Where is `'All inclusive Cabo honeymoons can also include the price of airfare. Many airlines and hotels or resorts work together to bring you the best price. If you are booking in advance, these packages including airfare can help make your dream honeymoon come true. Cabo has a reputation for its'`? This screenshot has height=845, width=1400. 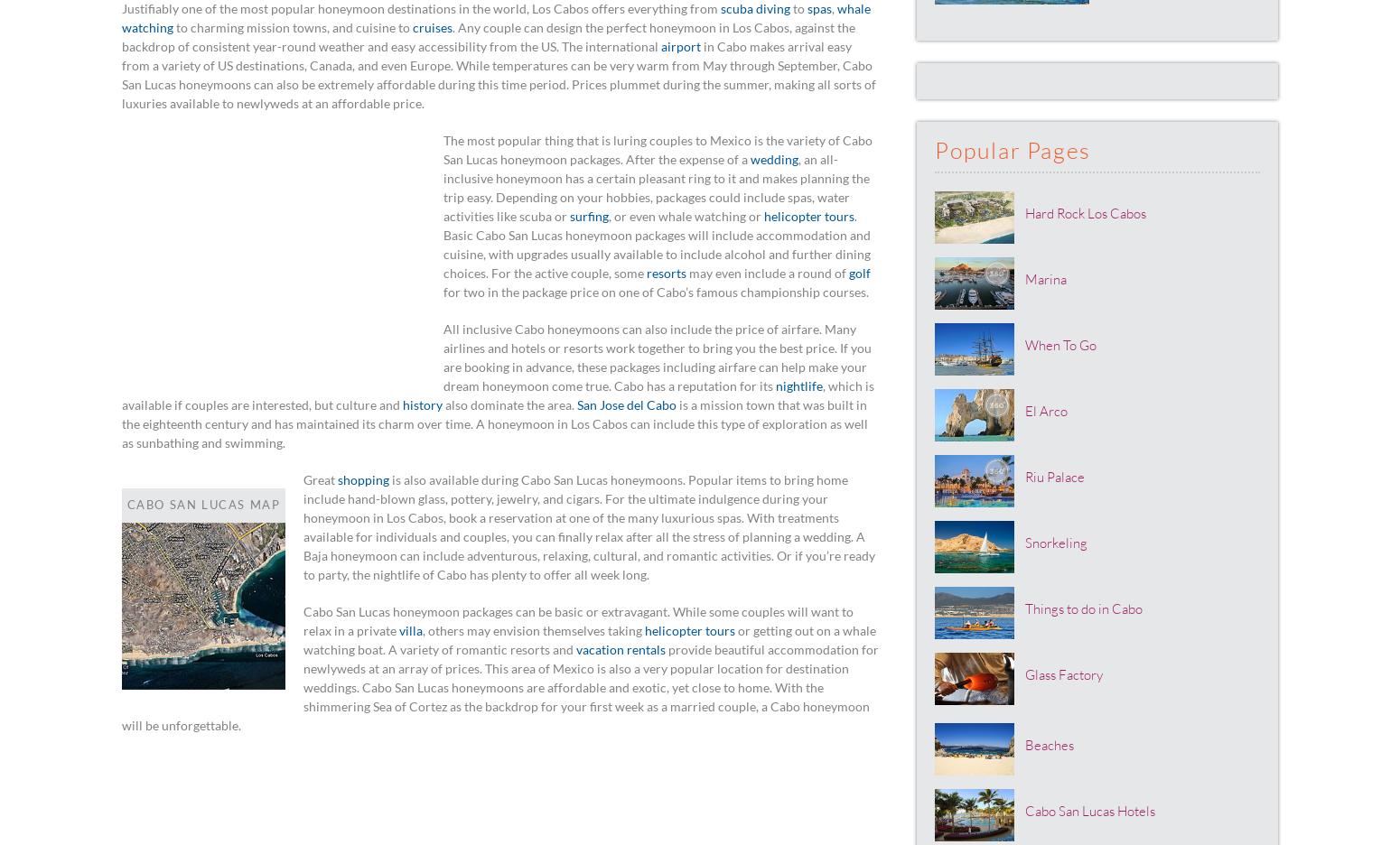
'All inclusive Cabo honeymoons can also include the price of airfare. Many airlines and hotels or resorts work together to bring you the best price. If you are booking in advance, these packages including airfare can help make your dream honeymoon come true. Cabo has a reputation for its' is located at coordinates (658, 357).